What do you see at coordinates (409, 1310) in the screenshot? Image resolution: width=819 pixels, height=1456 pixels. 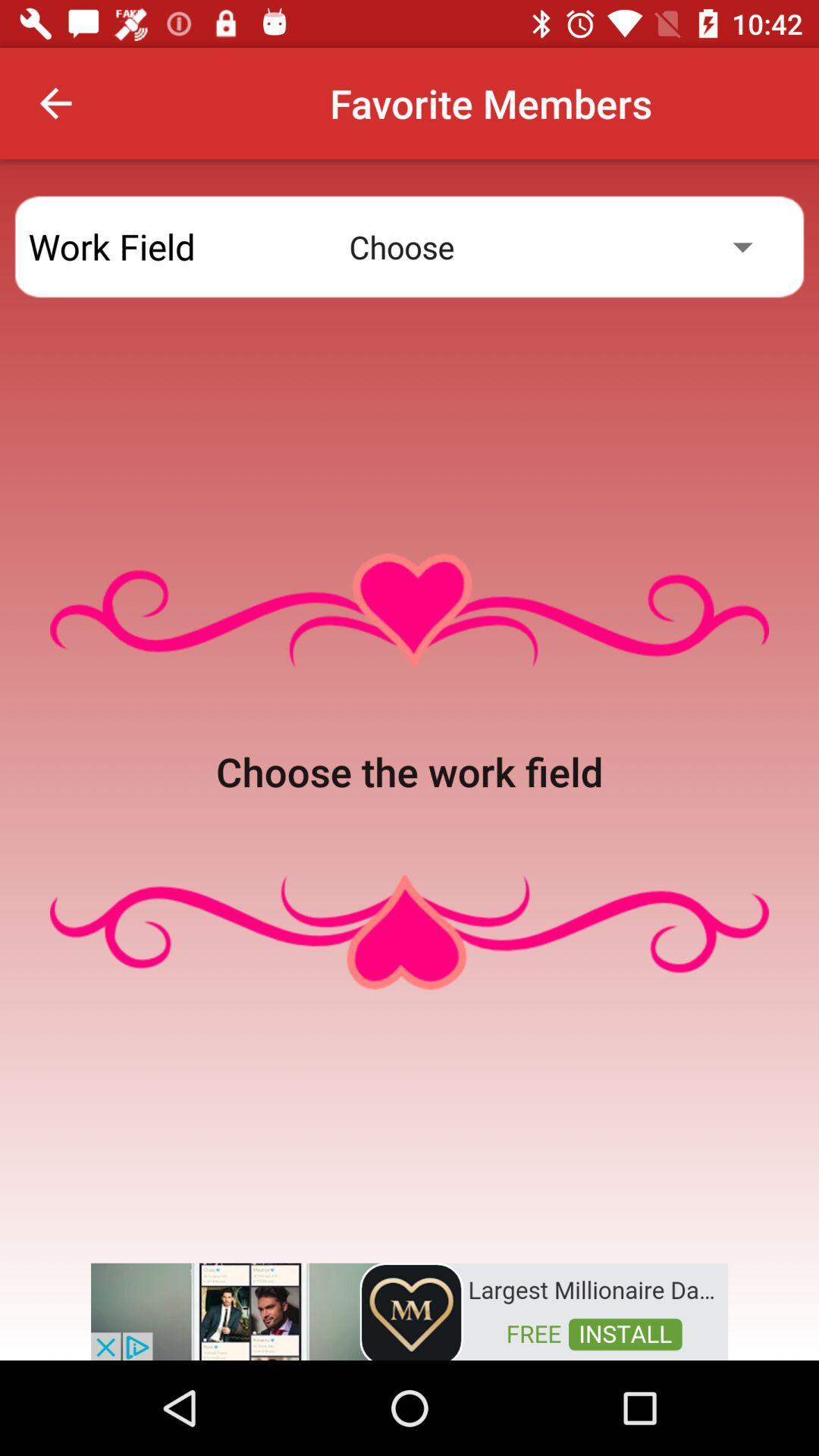 I see `click advertisement` at bounding box center [409, 1310].